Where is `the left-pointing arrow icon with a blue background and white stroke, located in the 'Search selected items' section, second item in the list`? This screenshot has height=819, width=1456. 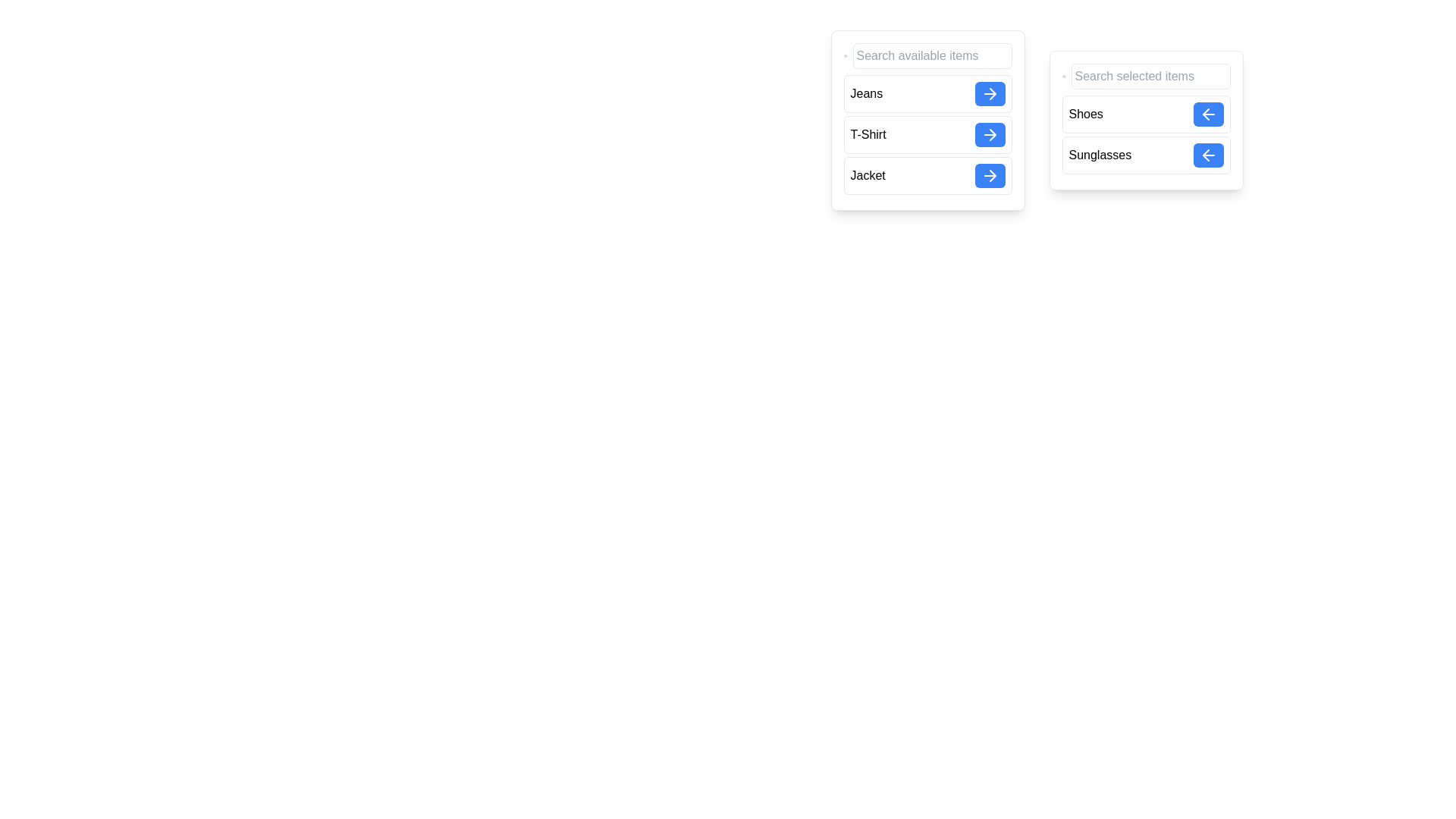 the left-pointing arrow icon with a blue background and white stroke, located in the 'Search selected items' section, second item in the list is located at coordinates (1207, 155).